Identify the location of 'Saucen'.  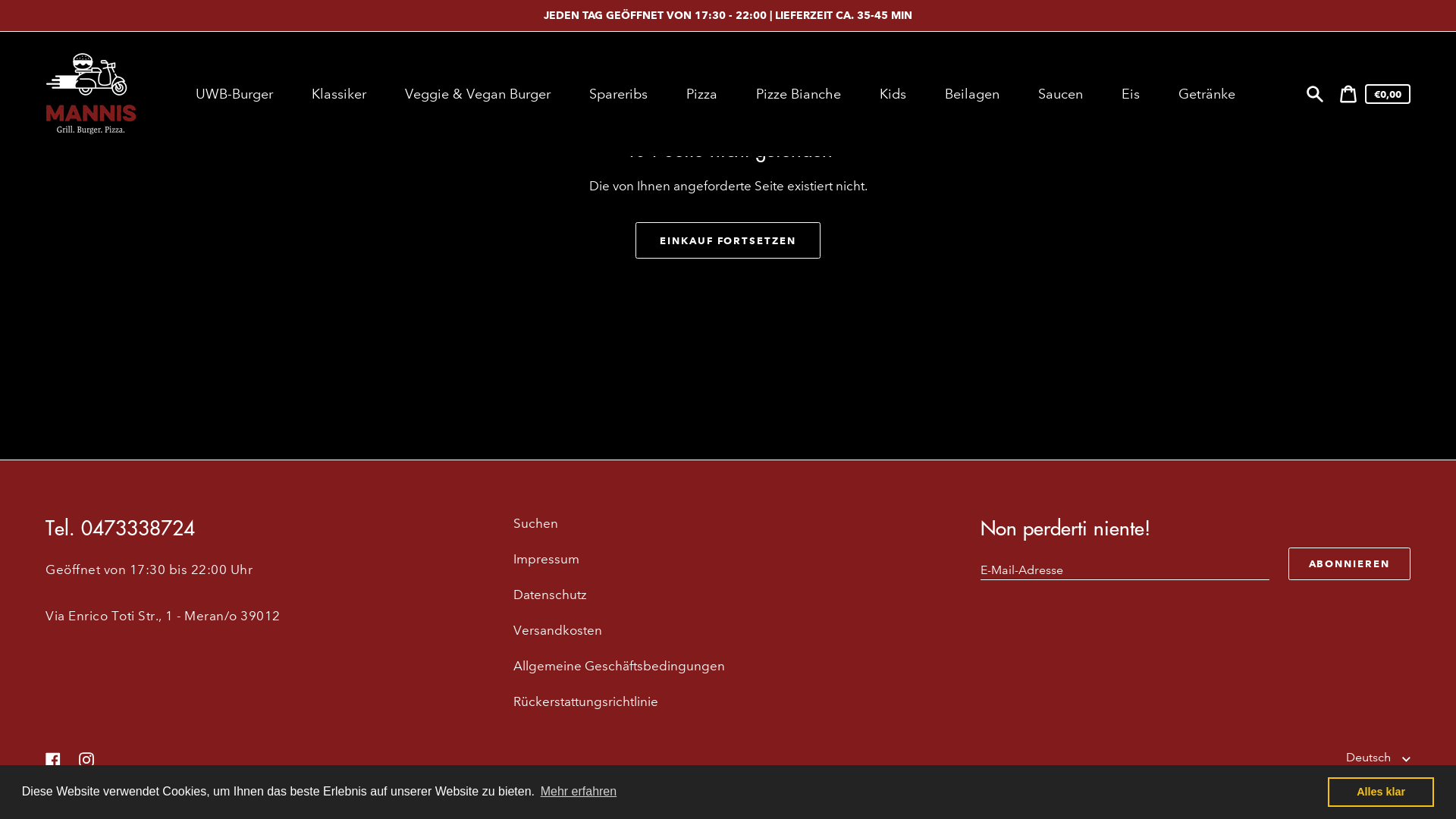
(1062, 93).